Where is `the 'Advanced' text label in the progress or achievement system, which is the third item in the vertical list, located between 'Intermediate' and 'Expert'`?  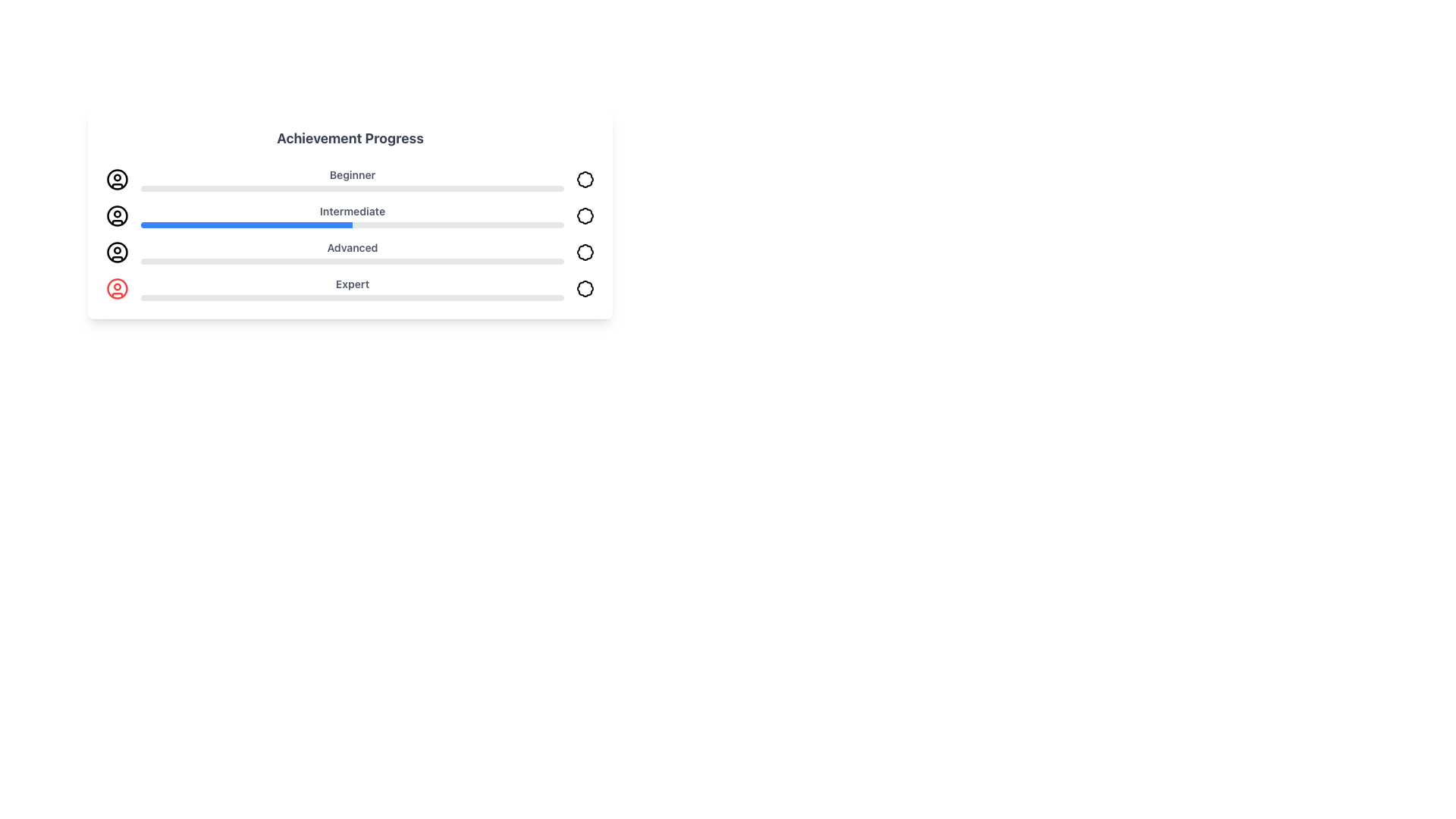
the 'Advanced' text label in the progress or achievement system, which is the third item in the vertical list, located between 'Intermediate' and 'Expert' is located at coordinates (352, 251).